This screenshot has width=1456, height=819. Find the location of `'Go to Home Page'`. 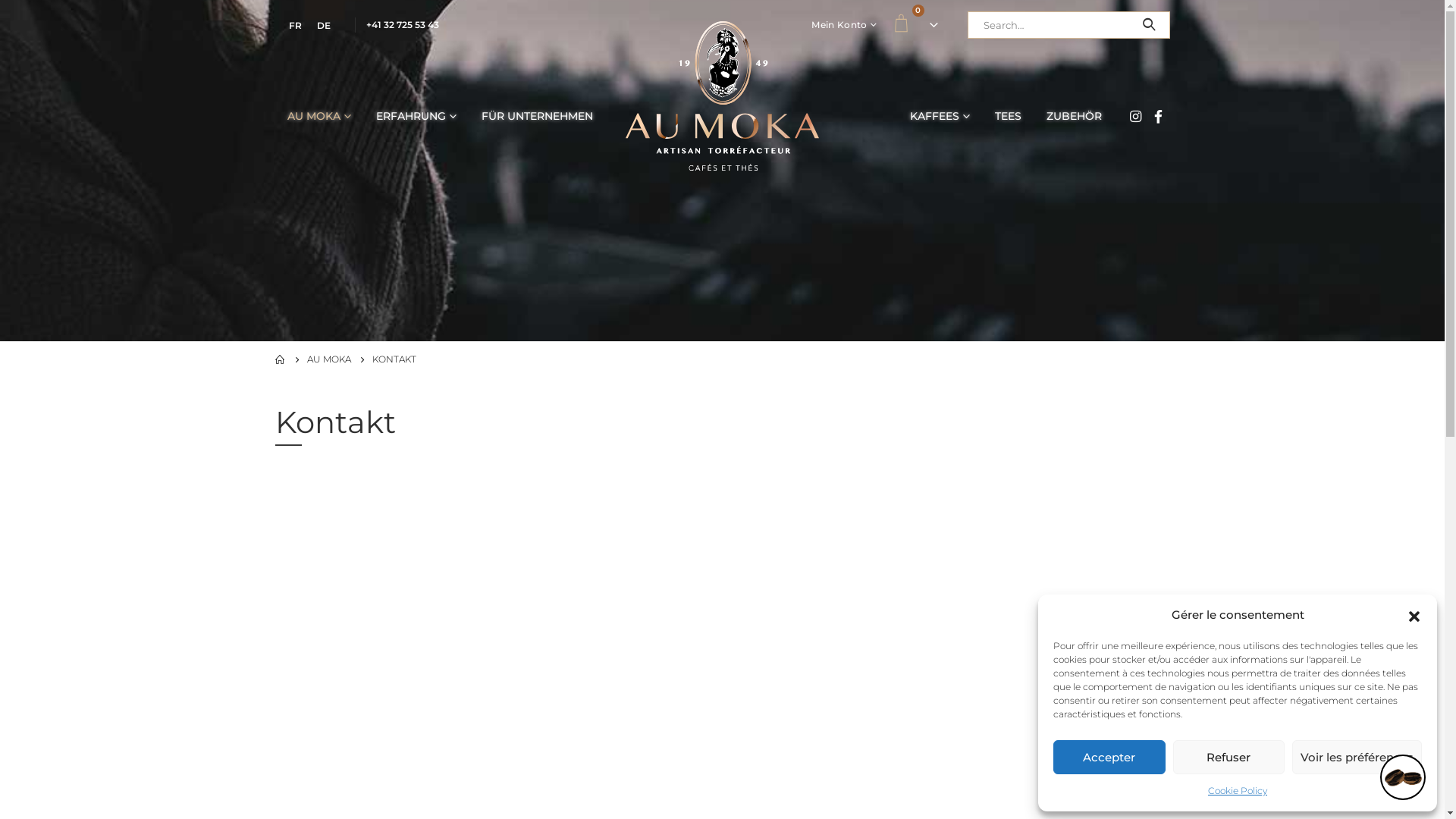

'Go to Home Page' is located at coordinates (274, 359).